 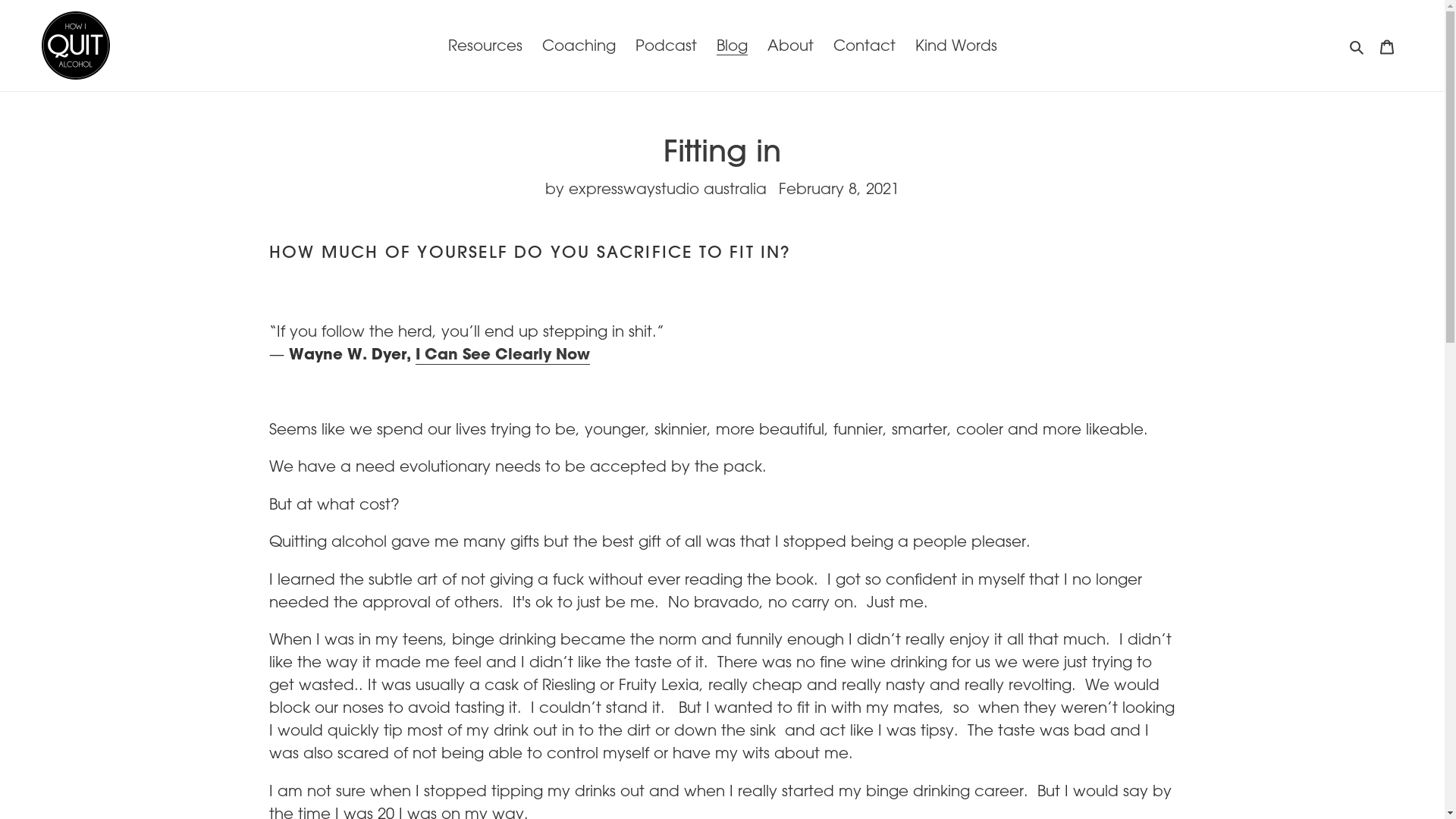 What do you see at coordinates (760, 45) in the screenshot?
I see `'About'` at bounding box center [760, 45].